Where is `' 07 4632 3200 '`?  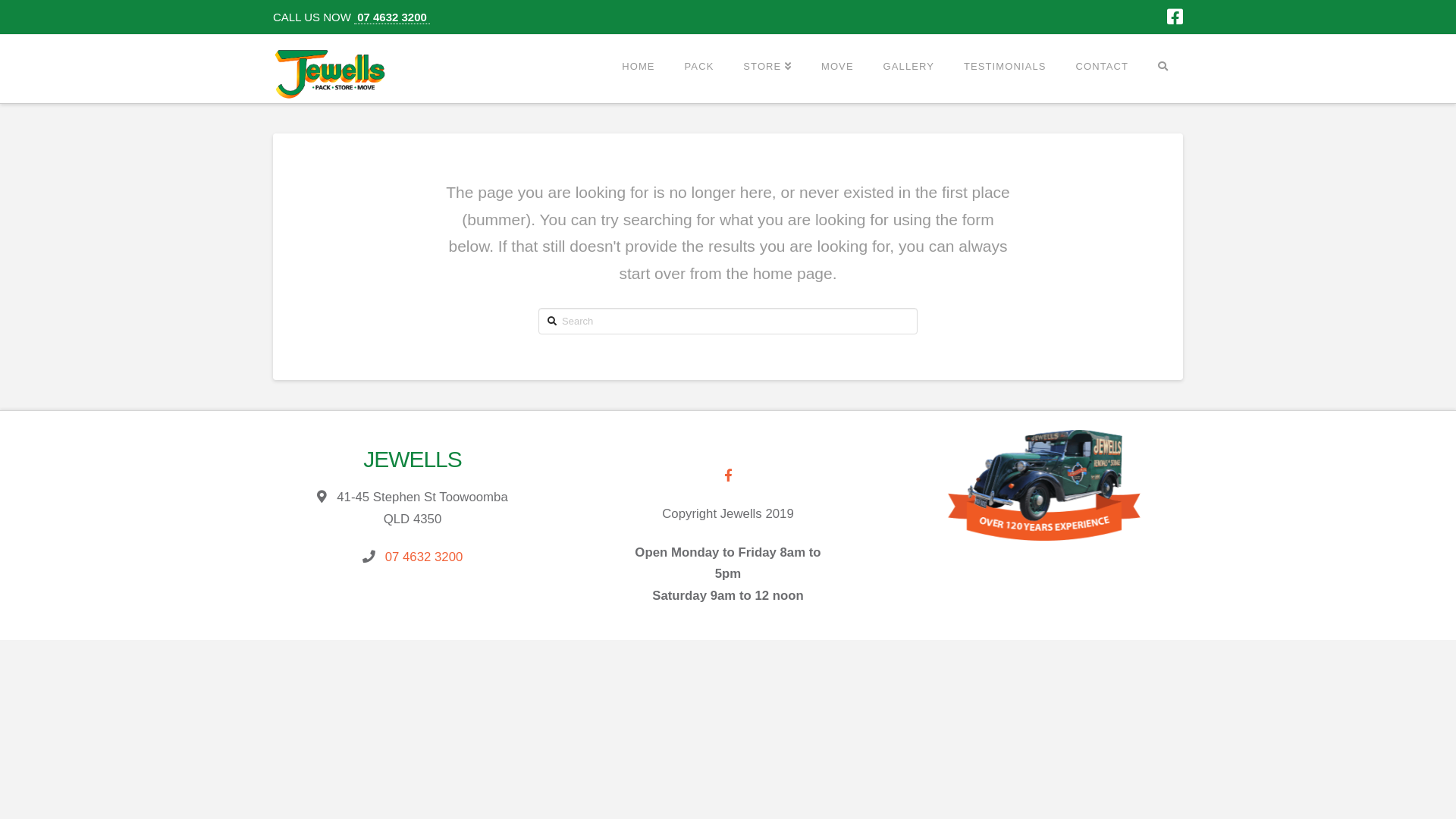
' 07 4632 3200 ' is located at coordinates (353, 17).